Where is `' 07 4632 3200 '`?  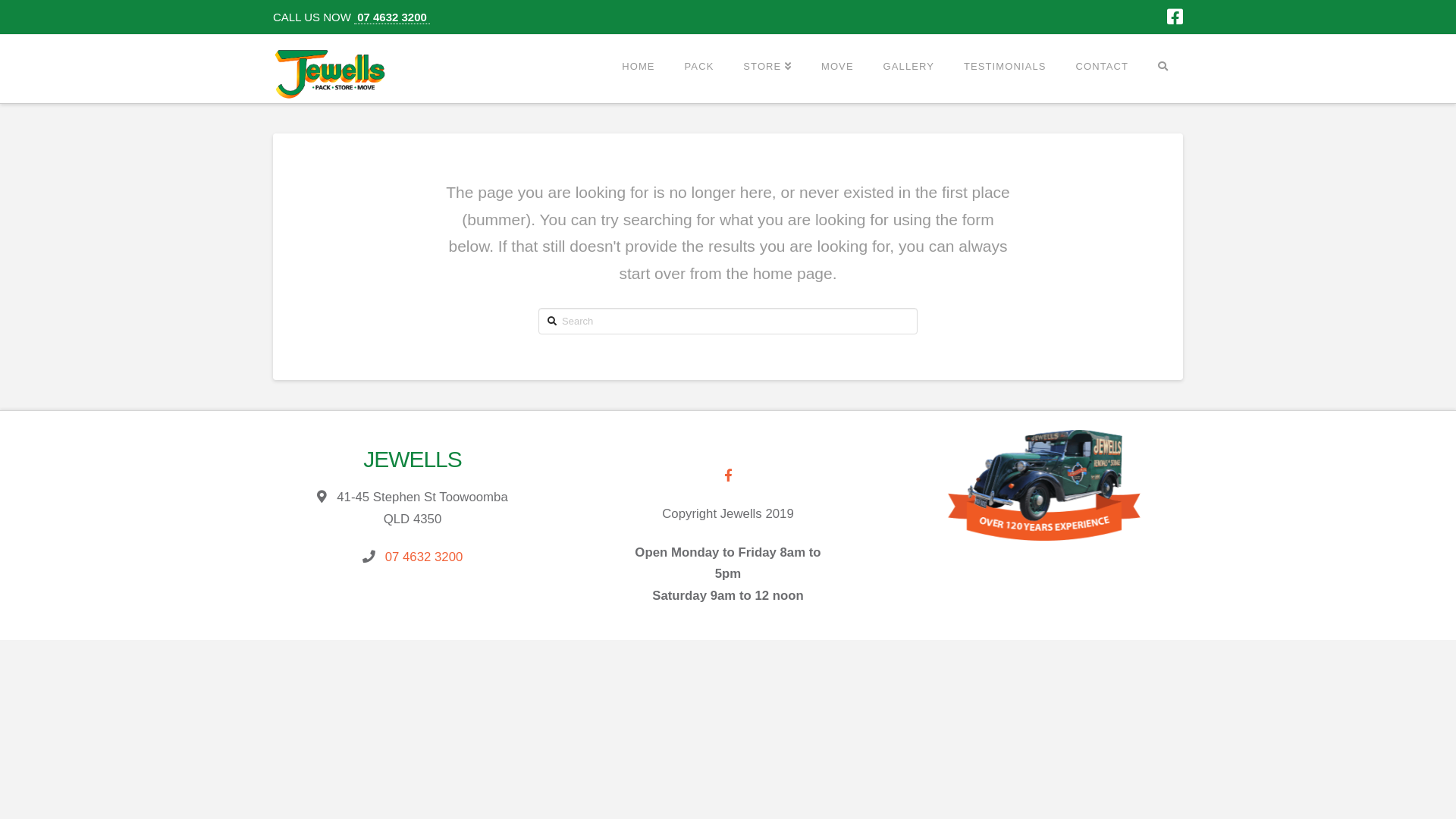
' 07 4632 3200 ' is located at coordinates (353, 17).